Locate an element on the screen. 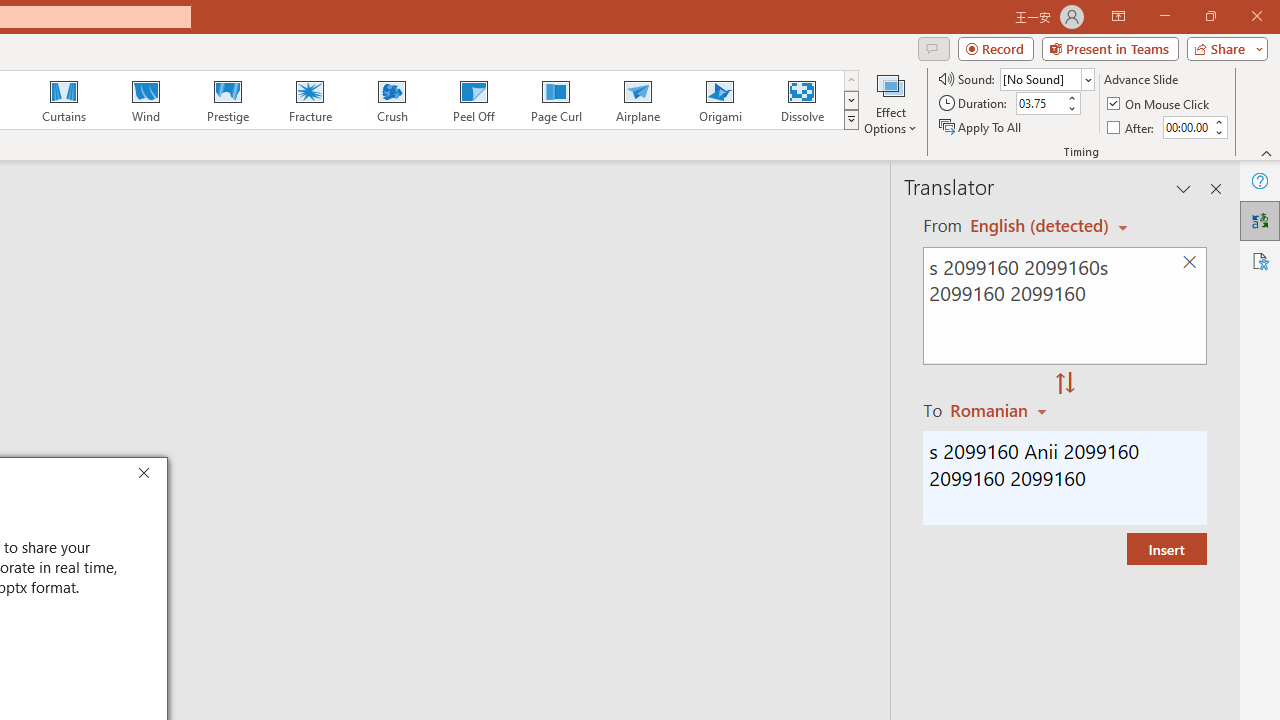 Image resolution: width=1280 pixels, height=720 pixels. 'Wind' is located at coordinates (144, 100).